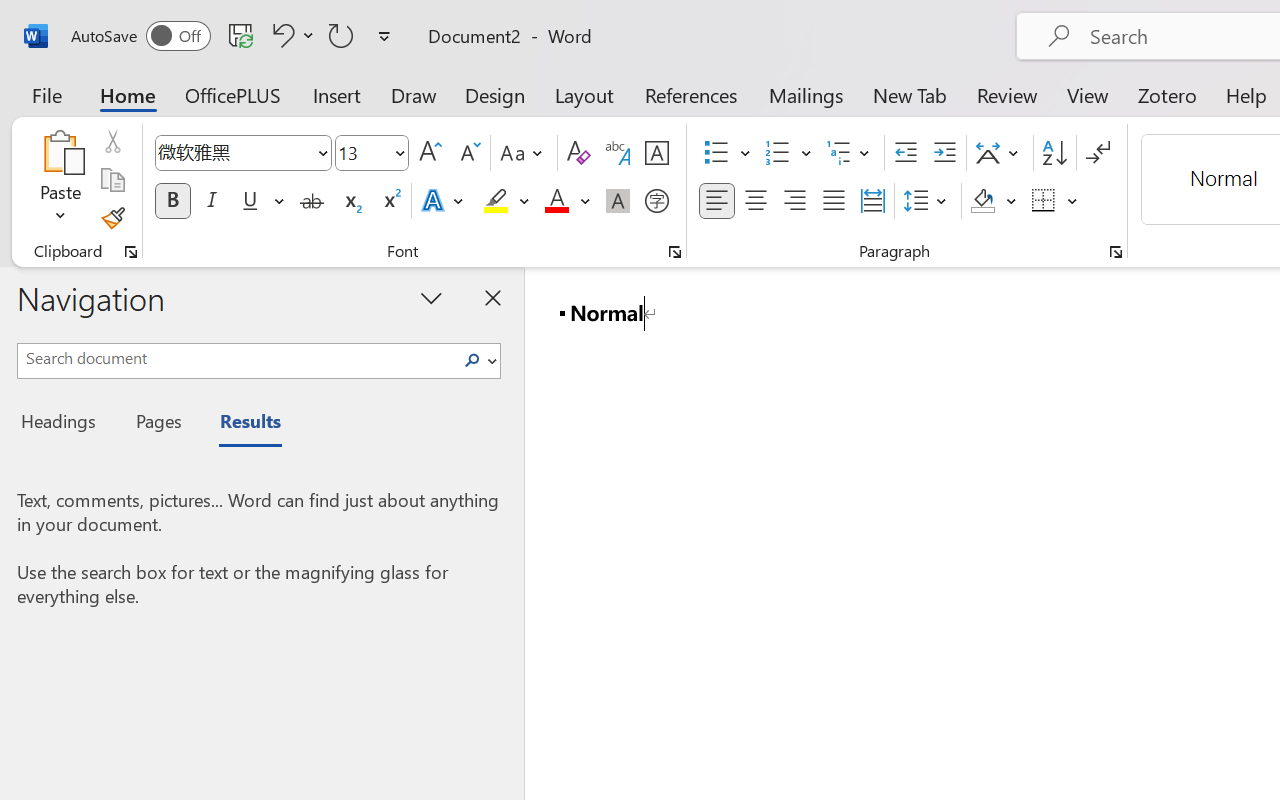 The image size is (1280, 800). What do you see at coordinates (477, 360) in the screenshot?
I see `'Search'` at bounding box center [477, 360].